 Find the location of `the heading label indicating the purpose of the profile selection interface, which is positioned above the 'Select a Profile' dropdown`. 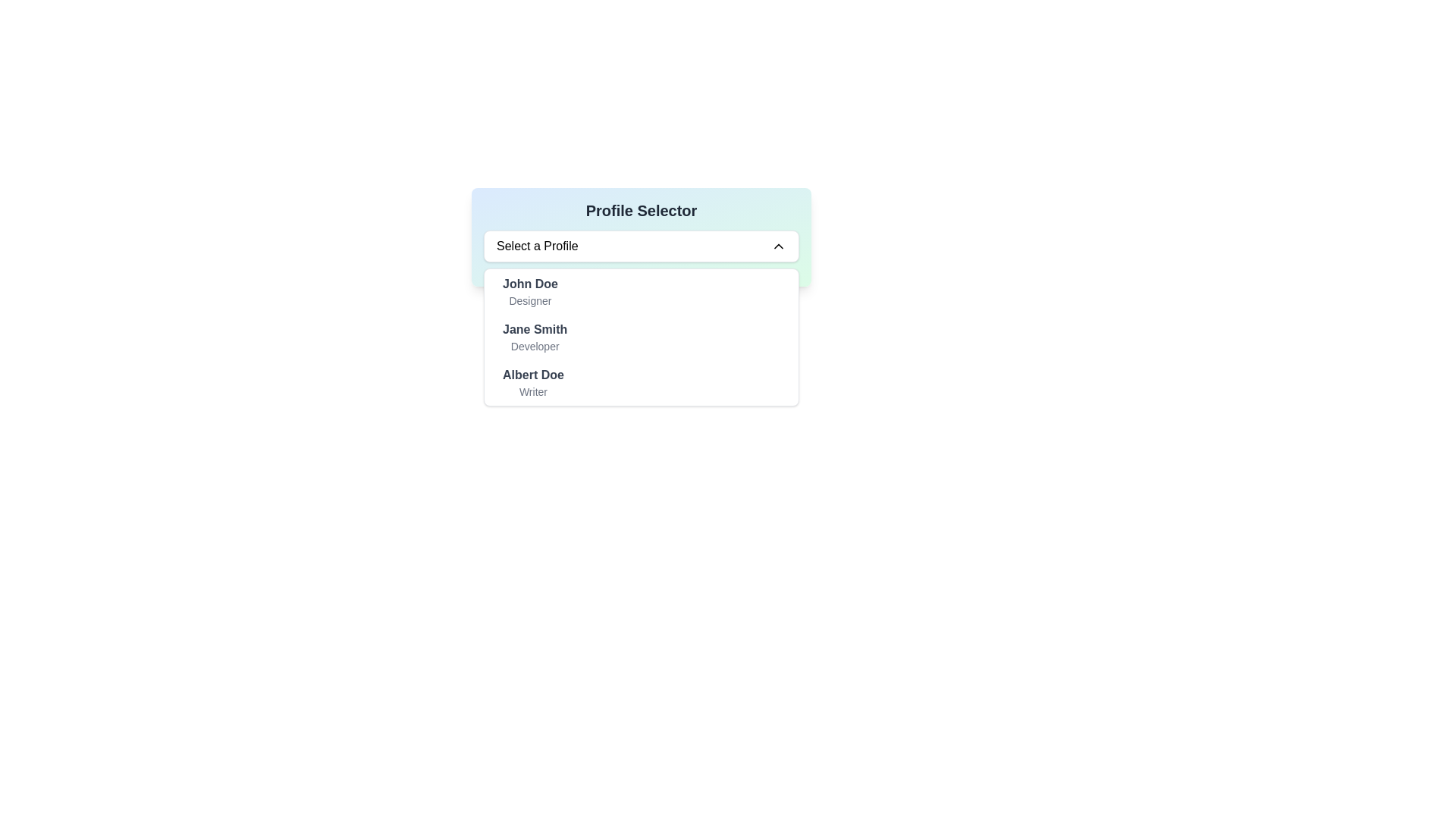

the heading label indicating the purpose of the profile selection interface, which is positioned above the 'Select a Profile' dropdown is located at coordinates (641, 210).